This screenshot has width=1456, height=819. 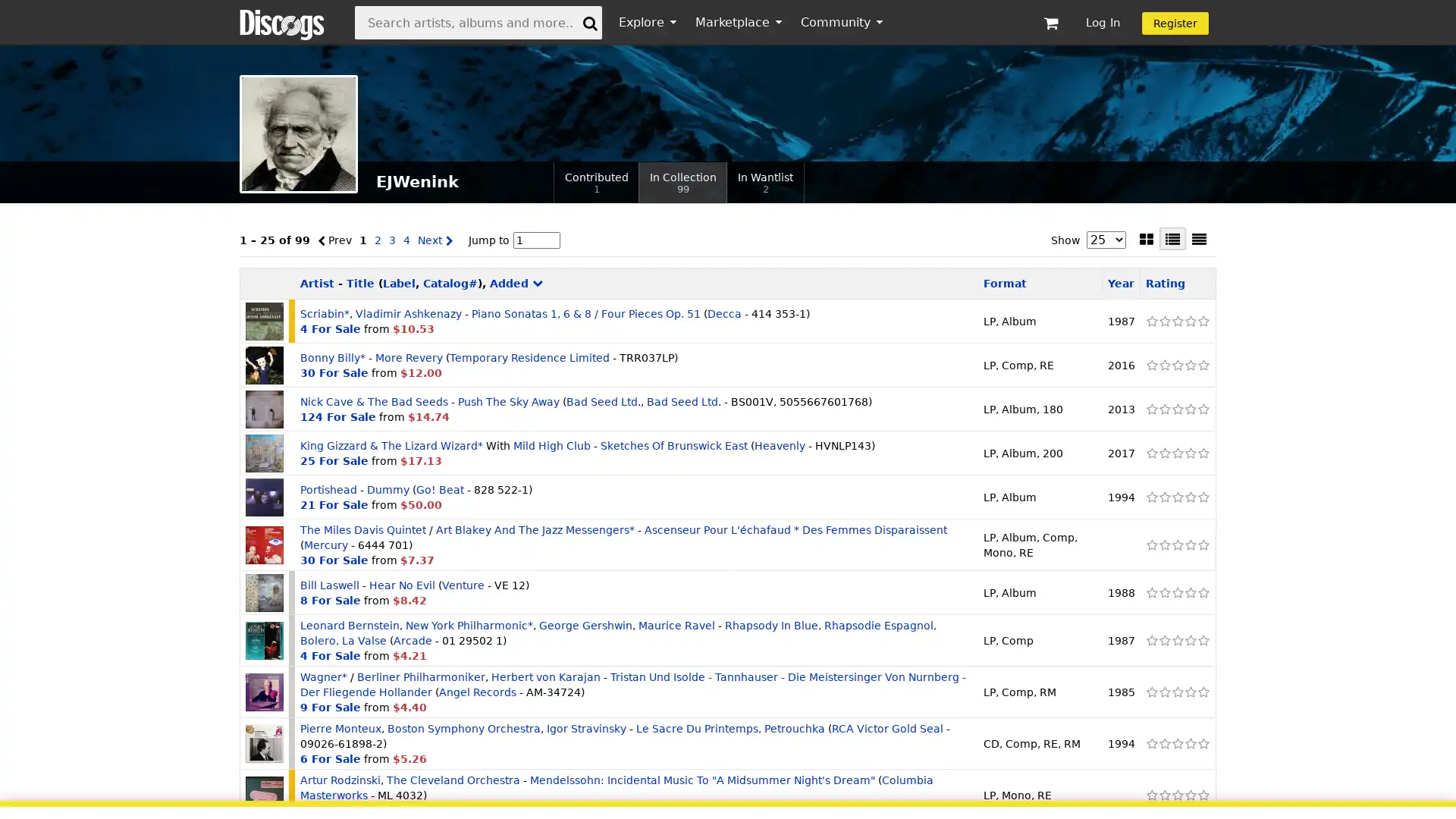 I want to click on Rate this release 3 stars., so click(x=1176, y=544).